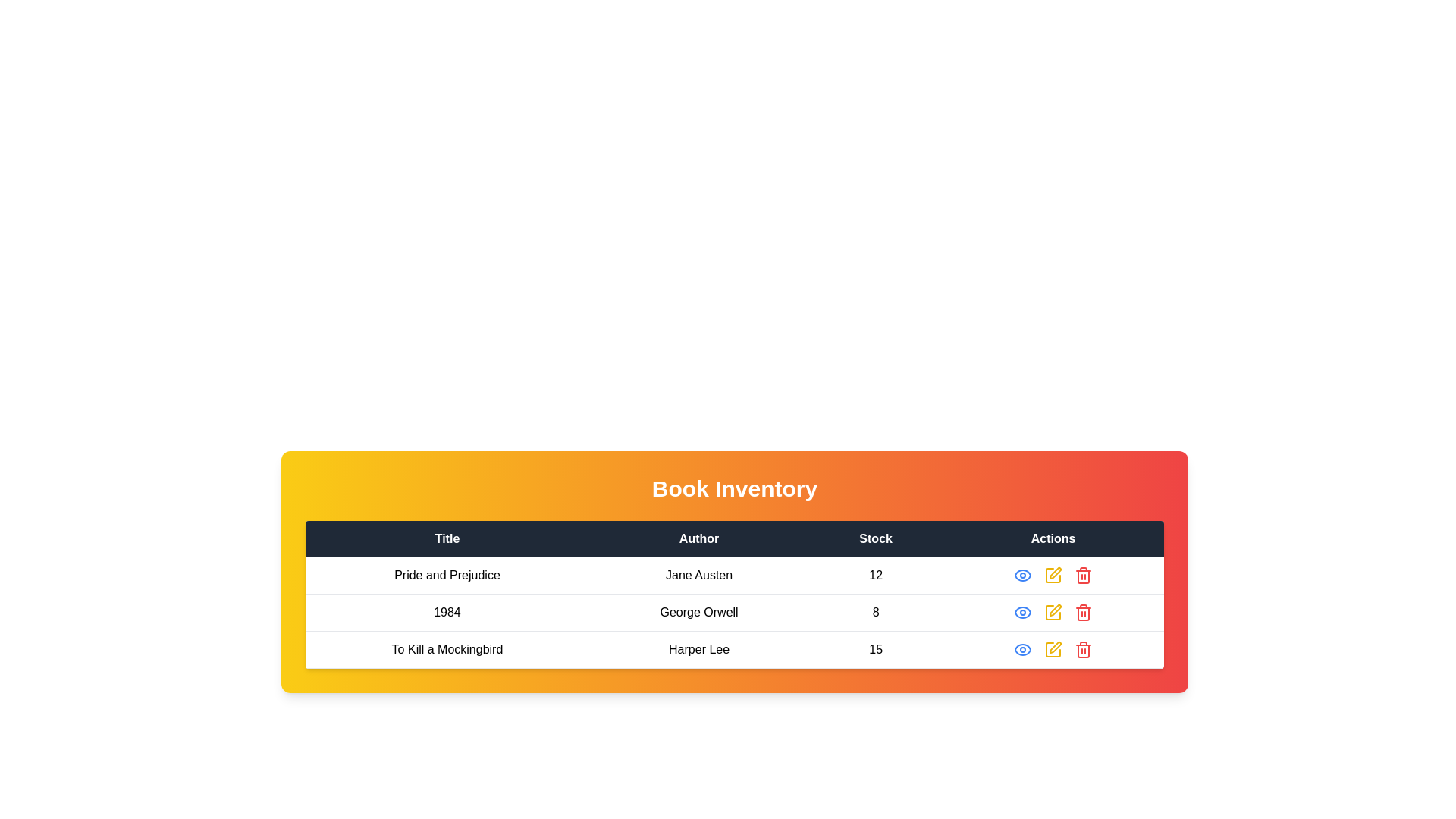  Describe the element at coordinates (698, 648) in the screenshot. I see `the Text label that represents the author's name for the book entry in the 'Book Inventory' table, located in the third row and second column, adjacent to 'To Kill a Mockingbird' and '15'` at that location.